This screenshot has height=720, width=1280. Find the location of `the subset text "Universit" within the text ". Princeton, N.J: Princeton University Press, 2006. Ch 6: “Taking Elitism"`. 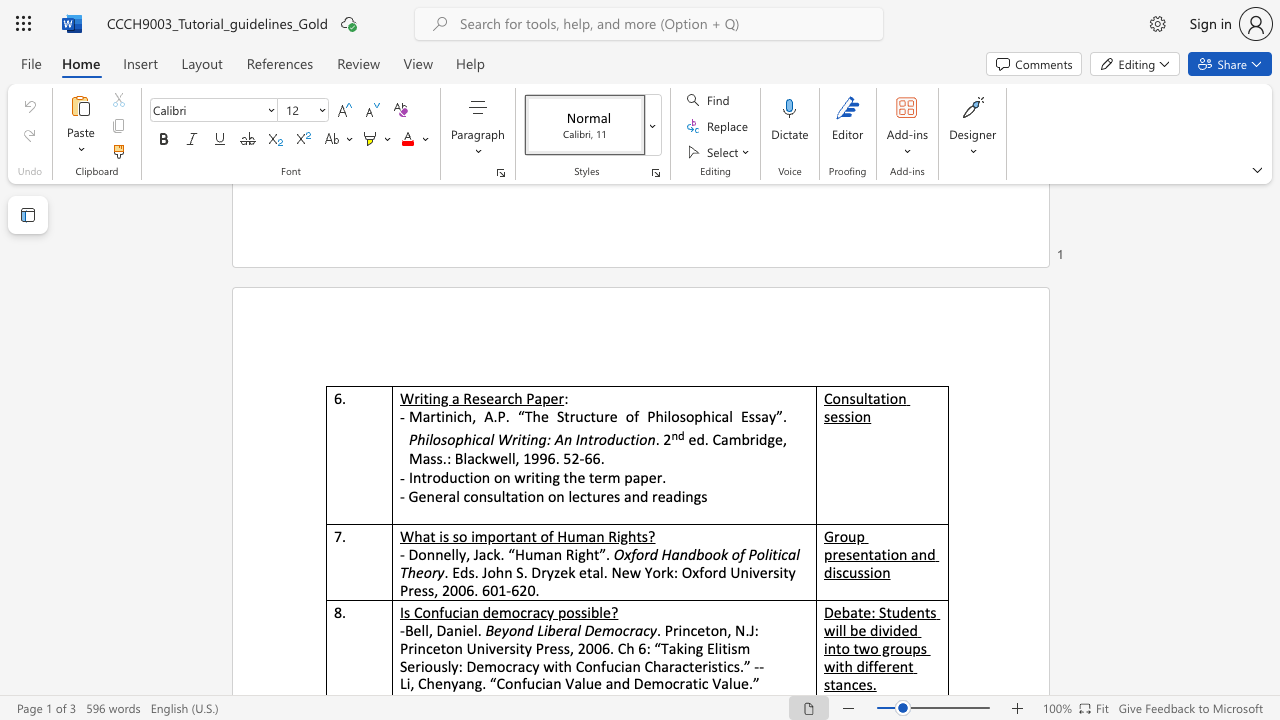

the subset text "Universit" within the text ". Princeton, N.J: Princeton University Press, 2006. Ch 6: “Taking Elitism" is located at coordinates (465, 648).